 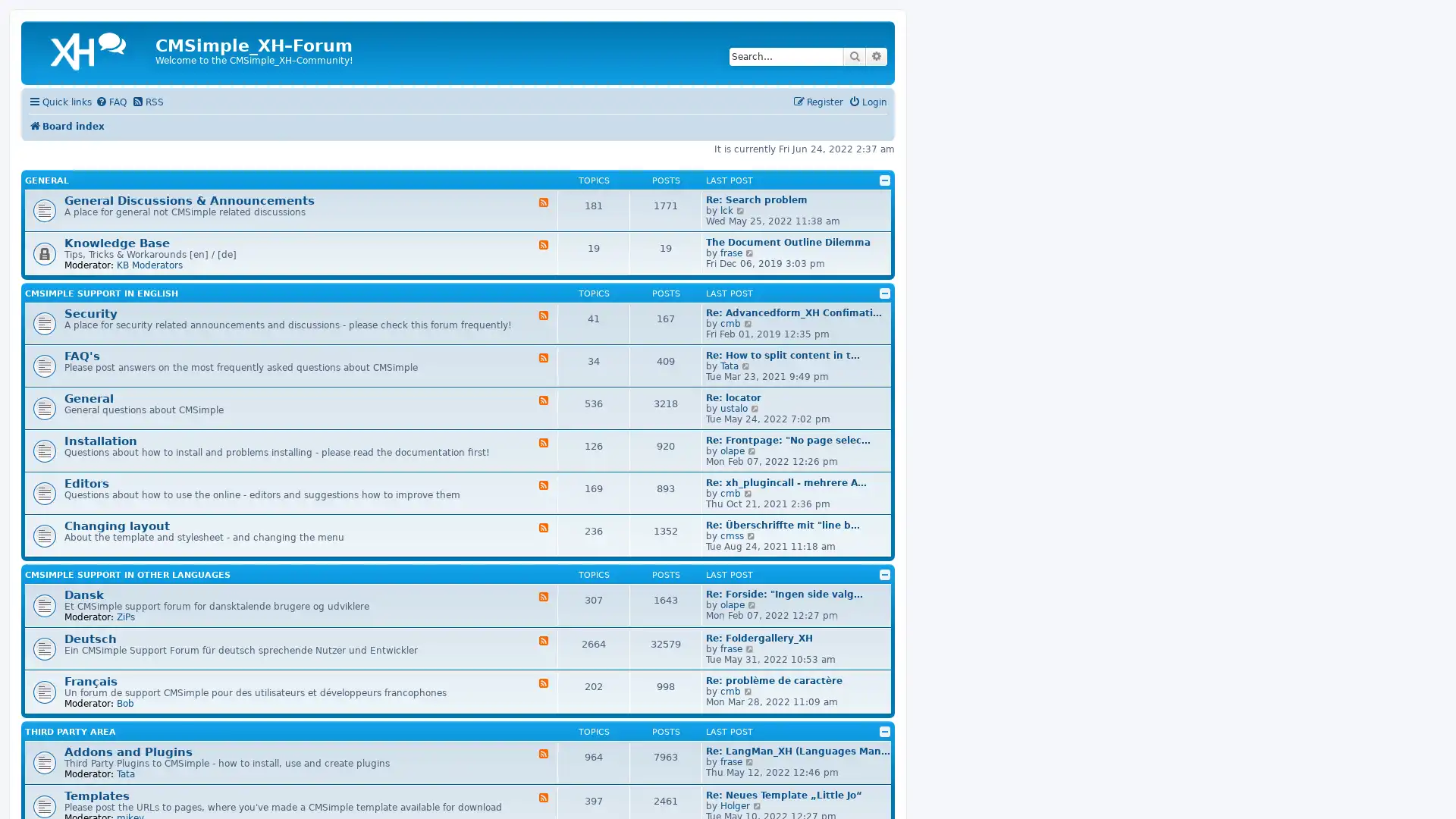 What do you see at coordinates (855, 55) in the screenshot?
I see `Search` at bounding box center [855, 55].